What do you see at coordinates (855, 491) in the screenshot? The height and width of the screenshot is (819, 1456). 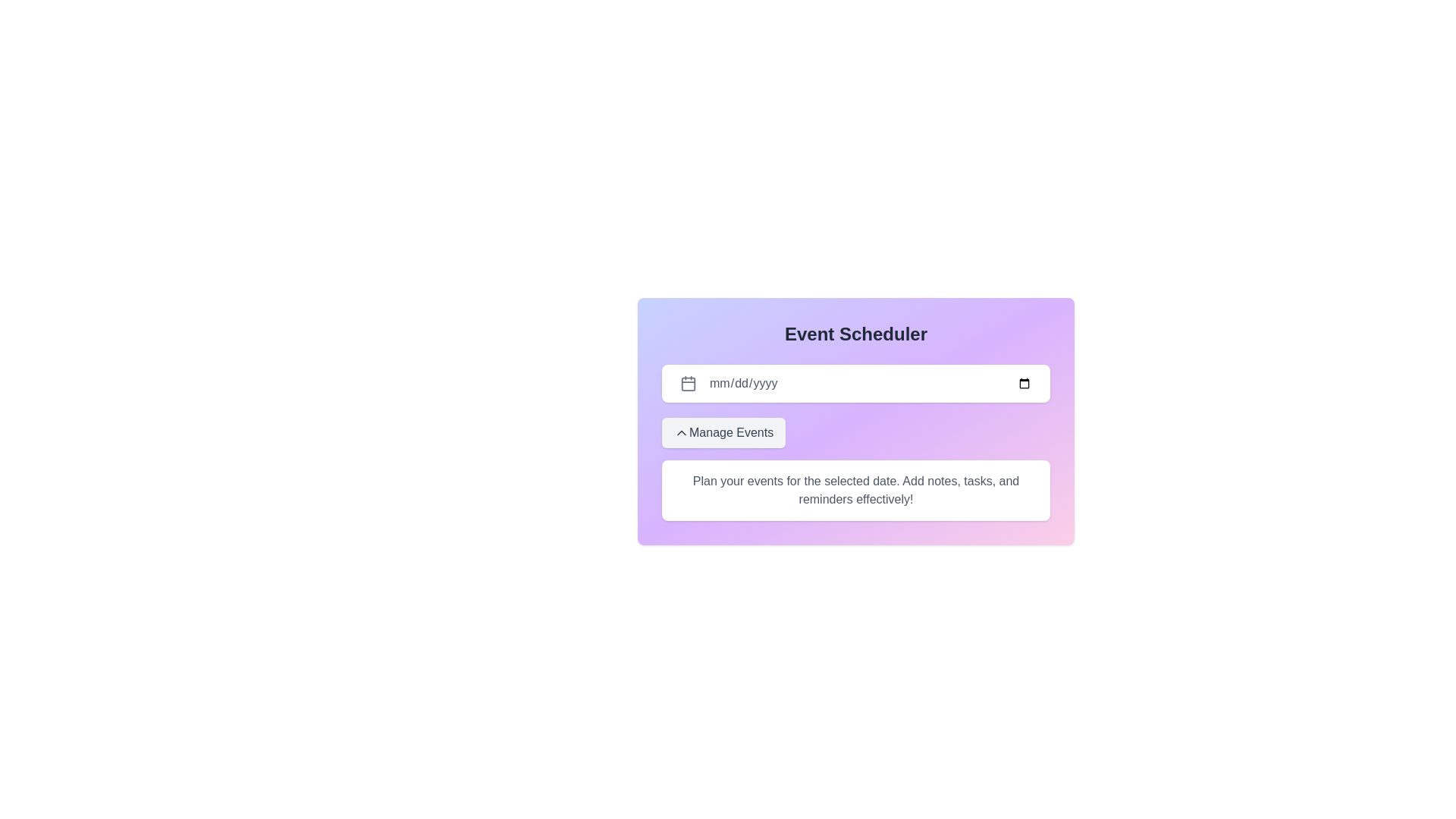 I see `the Informational text box which is a white rounded rectangle containing the text 'Plan your events for the selected date. Add notes, tasks, and reminders effectively!'` at bounding box center [855, 491].